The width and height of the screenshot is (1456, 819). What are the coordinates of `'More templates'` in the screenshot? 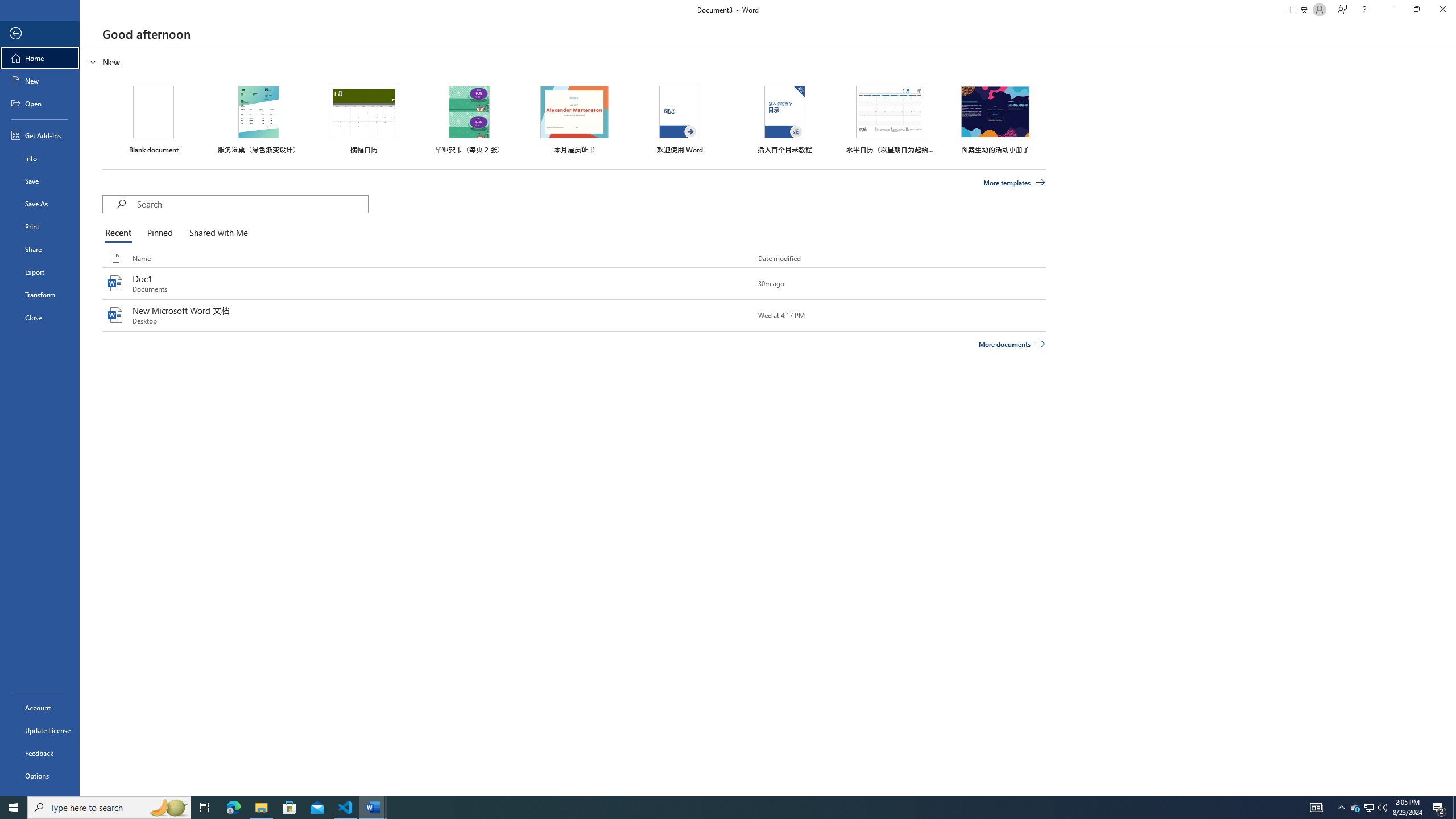 It's located at (1015, 183).